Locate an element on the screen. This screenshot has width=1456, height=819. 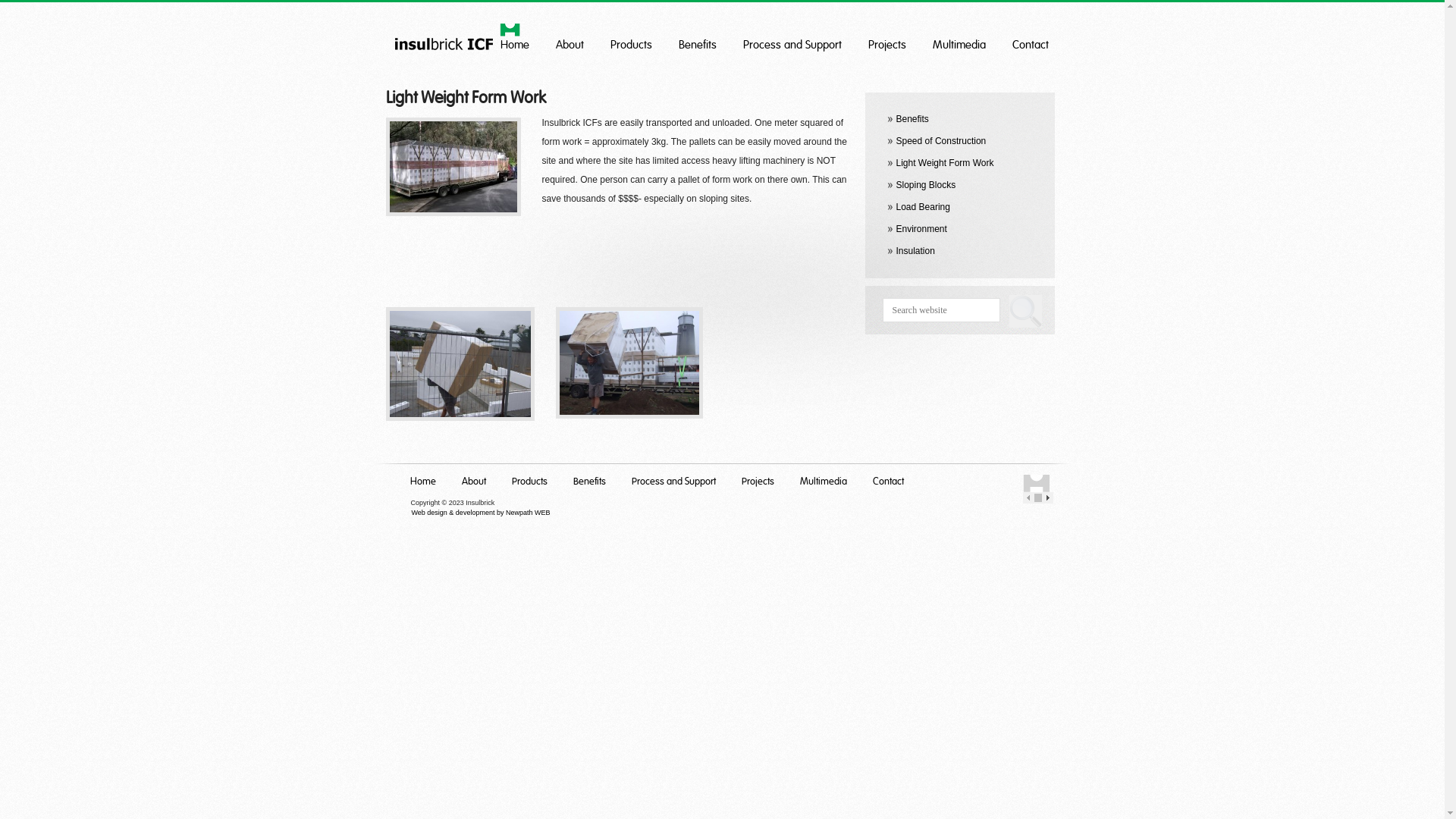
'Light Weight Form Work' is located at coordinates (944, 163).